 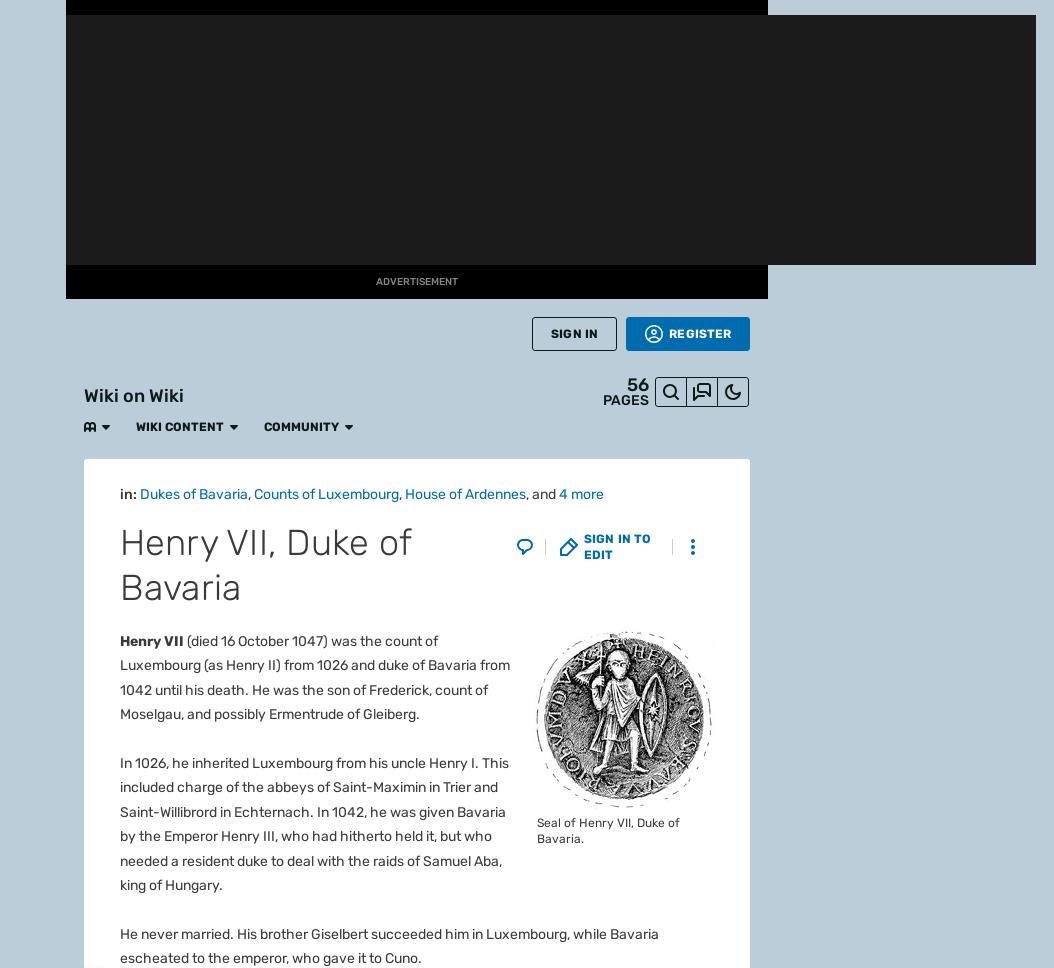 I want to click on 'FANDOM', so click(x=32, y=65).